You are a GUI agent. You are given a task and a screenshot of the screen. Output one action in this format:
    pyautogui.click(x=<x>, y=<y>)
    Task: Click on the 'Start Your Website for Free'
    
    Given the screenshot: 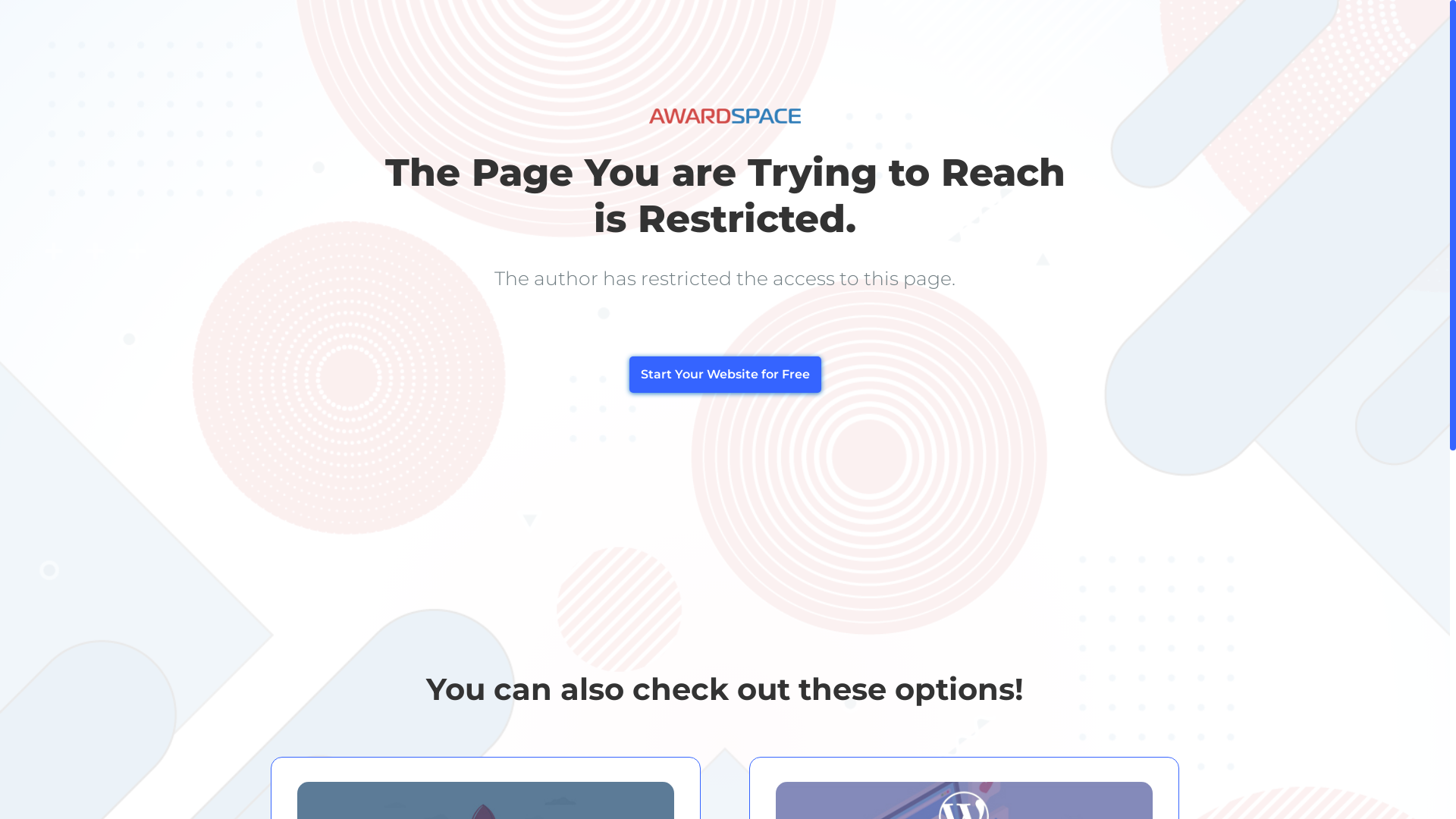 What is the action you would take?
    pyautogui.click(x=724, y=374)
    